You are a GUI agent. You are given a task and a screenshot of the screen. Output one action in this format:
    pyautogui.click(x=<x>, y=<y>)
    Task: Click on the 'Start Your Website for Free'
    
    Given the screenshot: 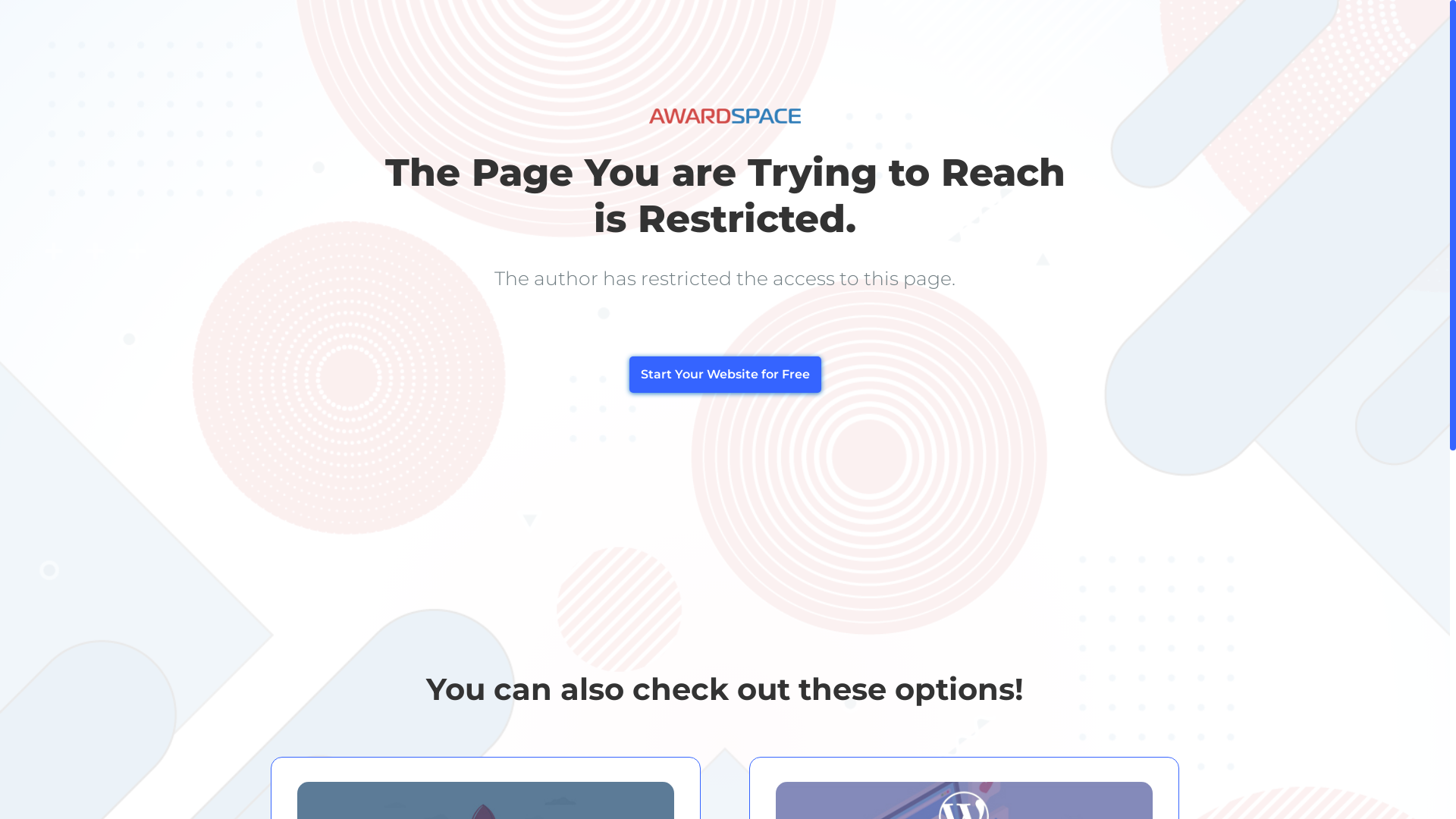 What is the action you would take?
    pyautogui.click(x=724, y=374)
    